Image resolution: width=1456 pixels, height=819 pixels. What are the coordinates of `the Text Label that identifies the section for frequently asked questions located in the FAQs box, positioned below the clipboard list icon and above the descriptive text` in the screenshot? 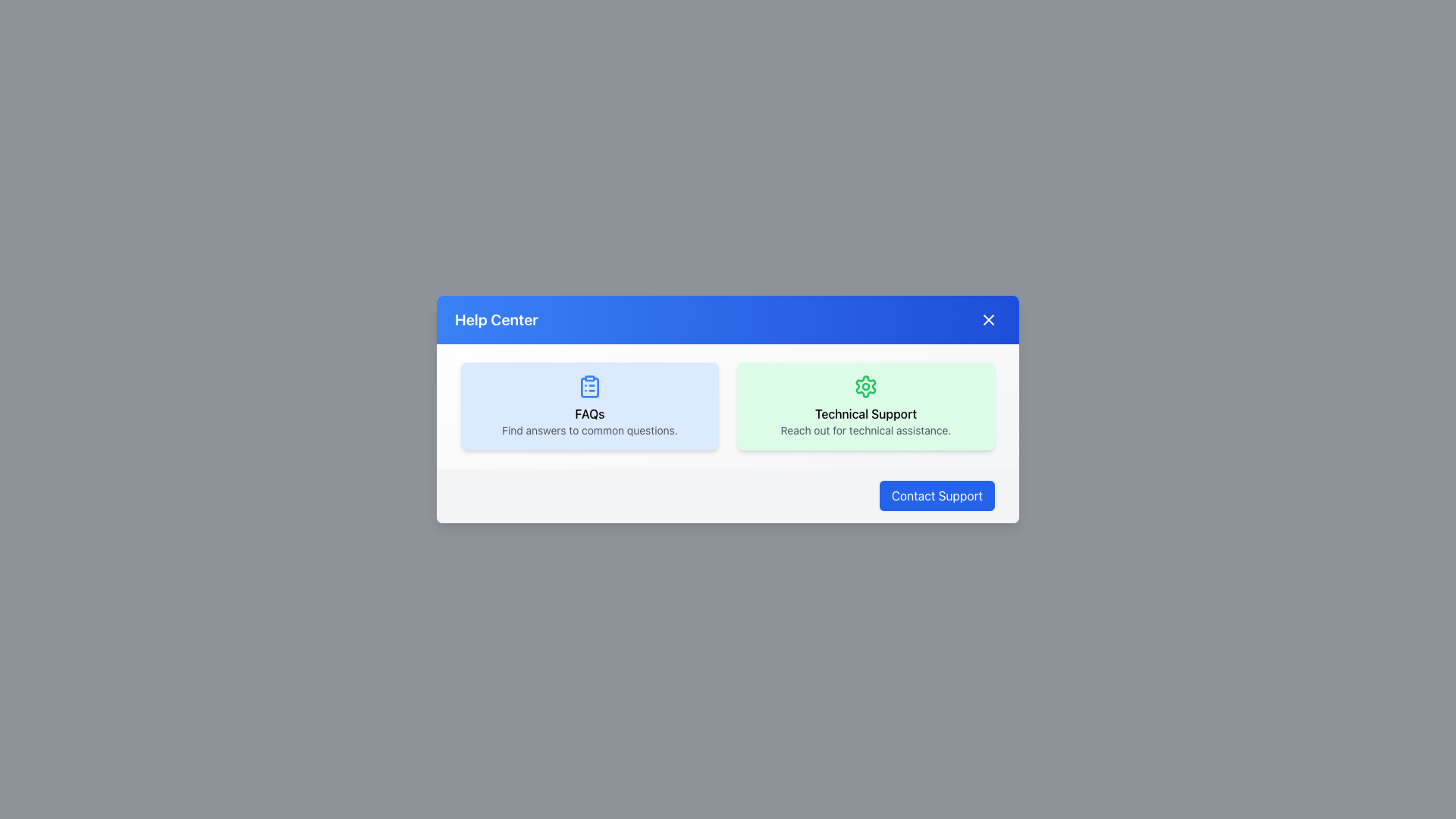 It's located at (588, 414).